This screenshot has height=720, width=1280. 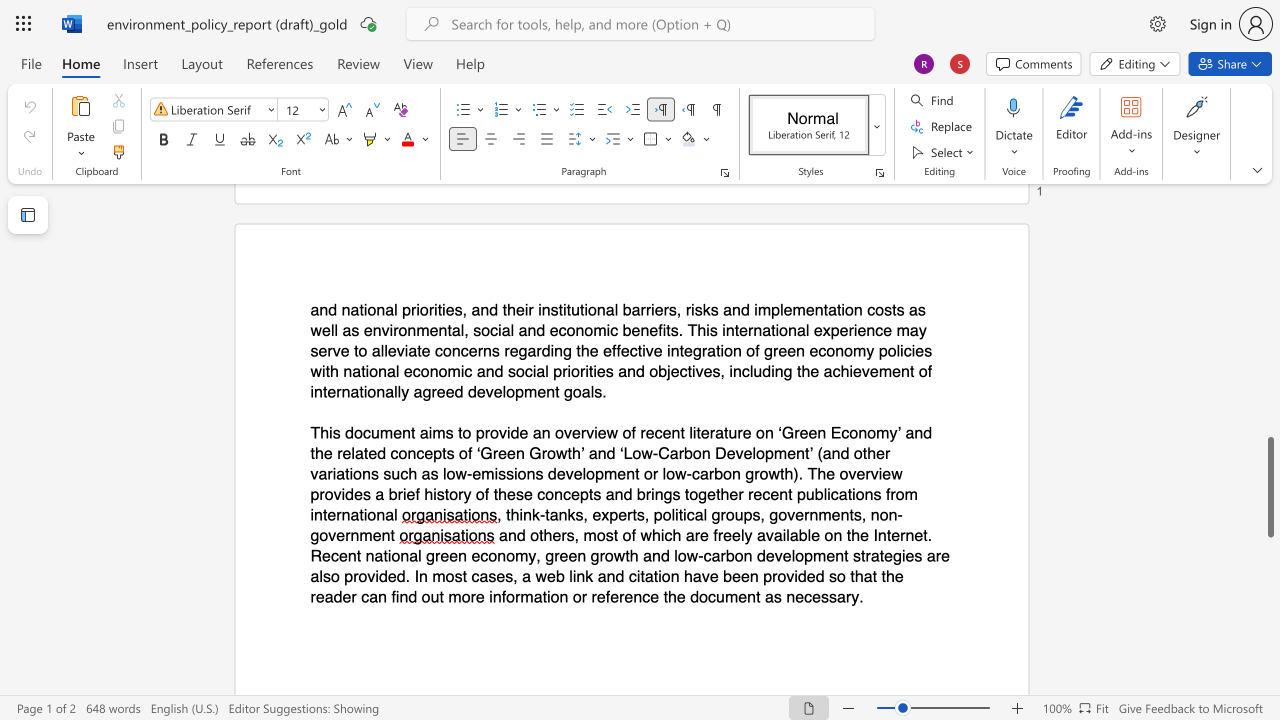 What do you see at coordinates (1269, 300) in the screenshot?
I see `the scrollbar to scroll the page up` at bounding box center [1269, 300].